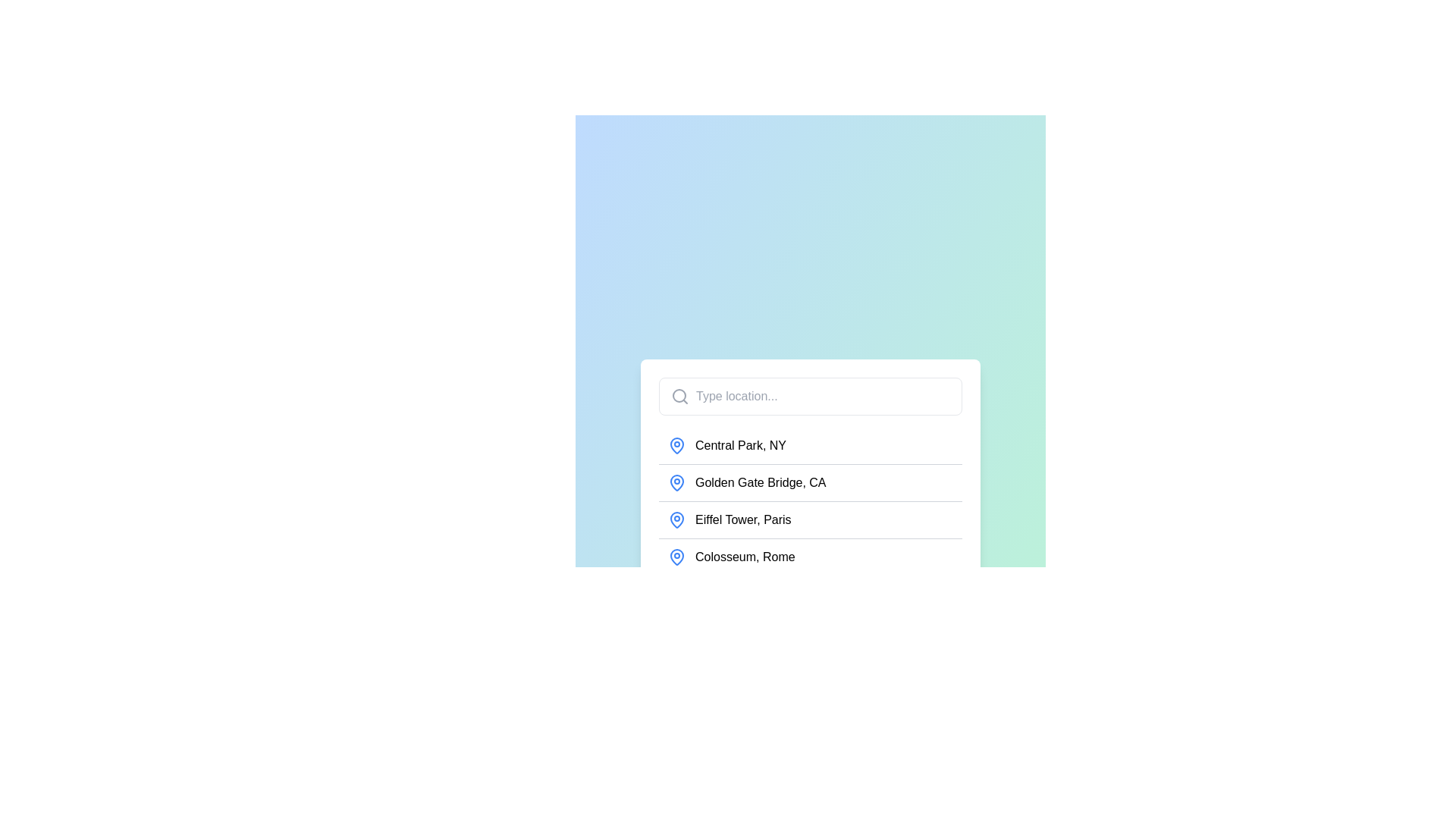 Image resolution: width=1456 pixels, height=819 pixels. What do you see at coordinates (810, 482) in the screenshot?
I see `the second list item that allows users to select 'Golden Gate Bridge, CA' from the location options` at bounding box center [810, 482].